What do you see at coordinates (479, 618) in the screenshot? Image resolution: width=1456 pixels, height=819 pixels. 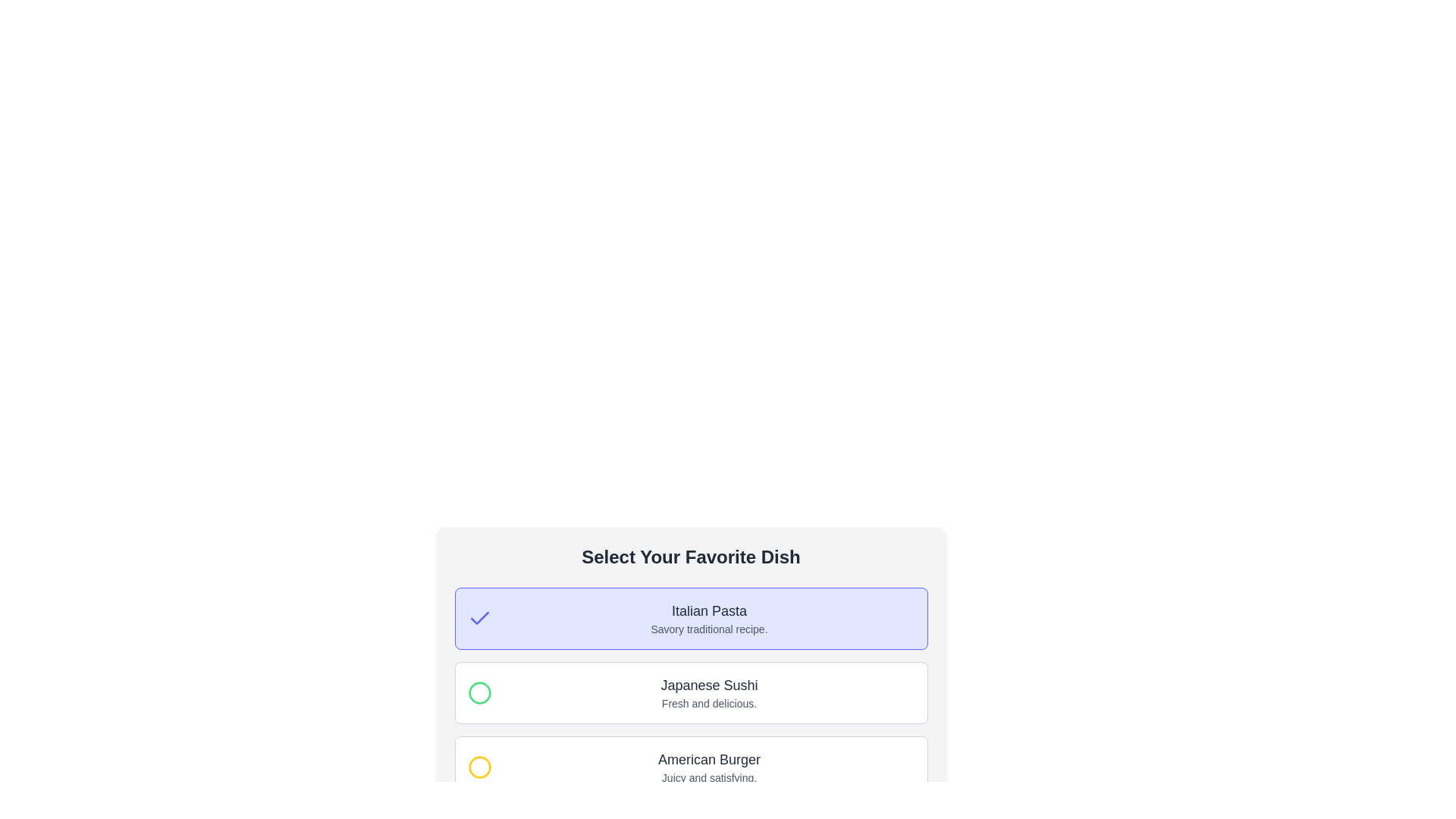 I see `the icon indicating that 'Italian Pasta' is selected, which is located within the topmost card of the vertical list of dish options` at bounding box center [479, 618].